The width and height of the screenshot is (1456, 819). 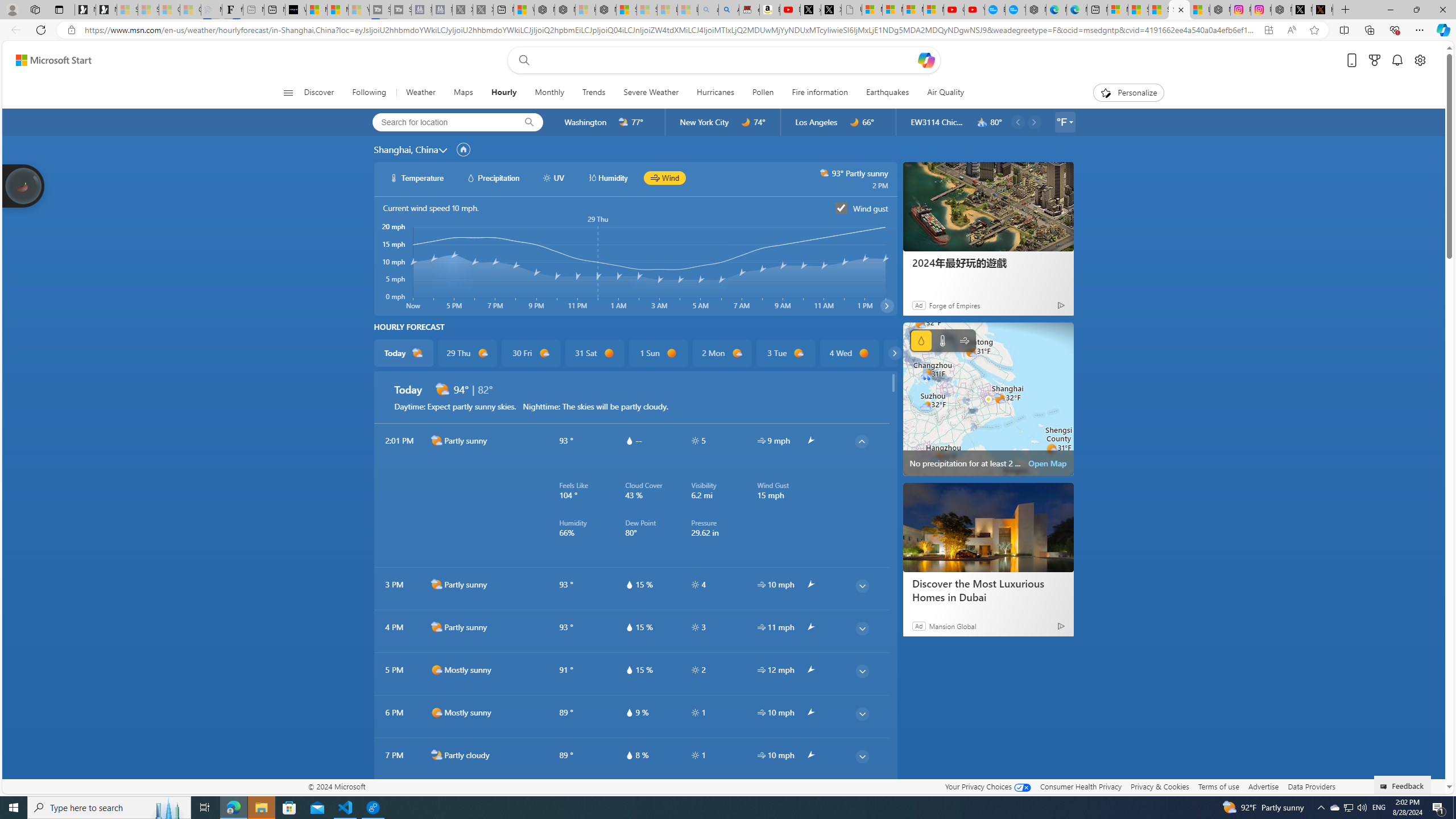 What do you see at coordinates (820, 92) in the screenshot?
I see `'Fire information'` at bounding box center [820, 92].